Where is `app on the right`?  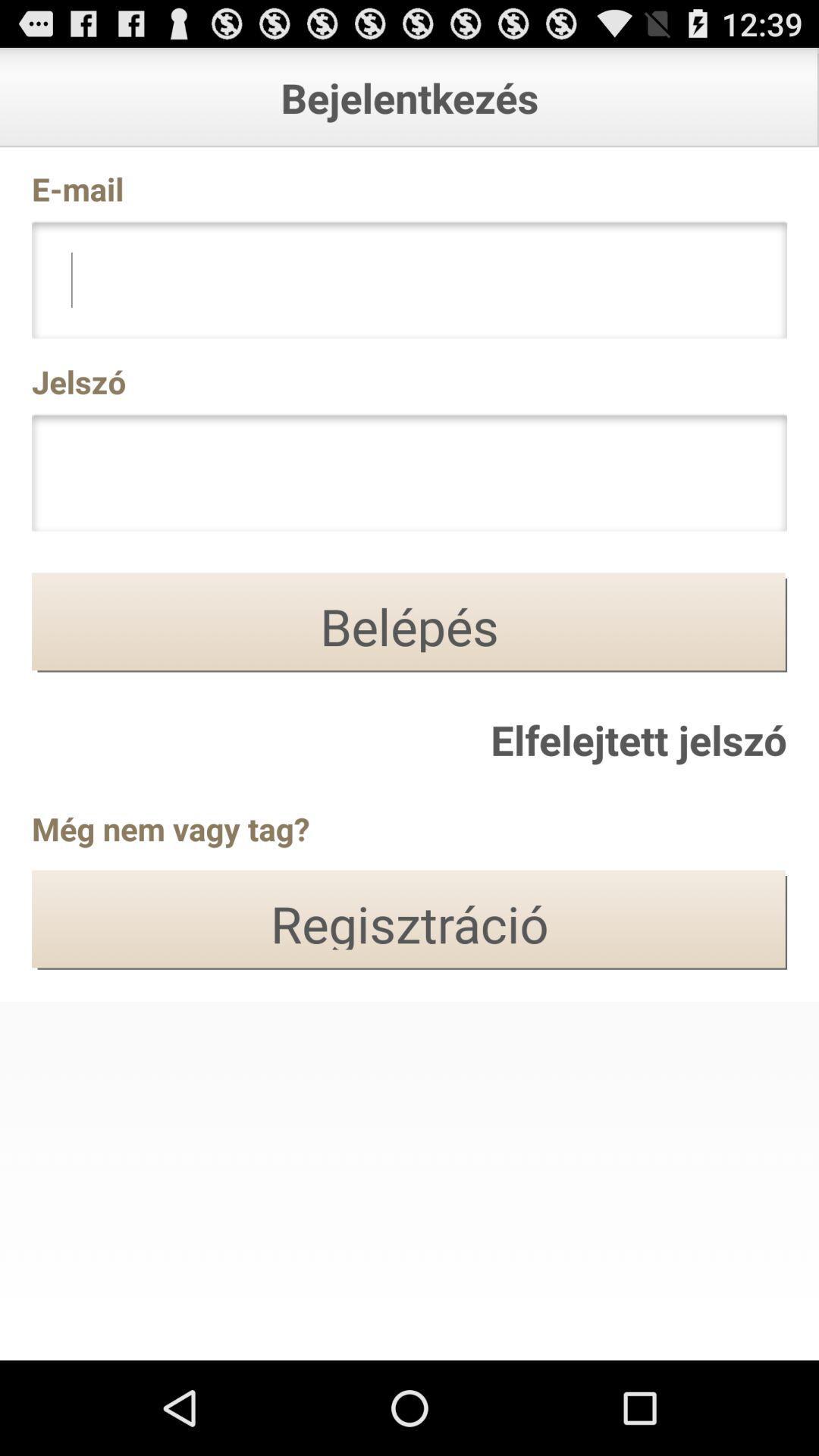
app on the right is located at coordinates (639, 739).